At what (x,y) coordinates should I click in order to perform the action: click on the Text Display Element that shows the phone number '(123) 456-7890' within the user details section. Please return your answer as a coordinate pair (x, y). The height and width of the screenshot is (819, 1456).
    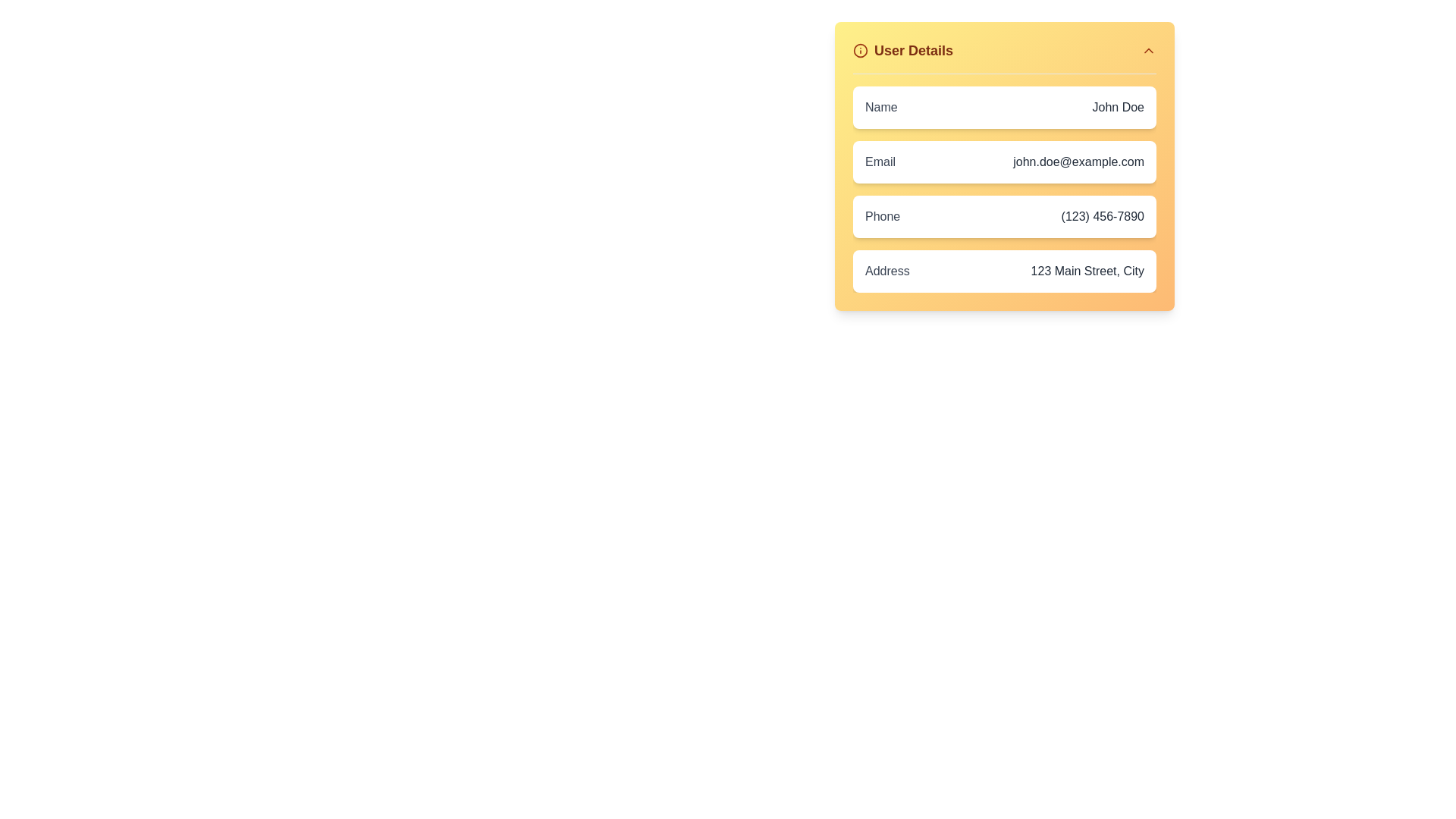
    Looking at the image, I should click on (1103, 216).